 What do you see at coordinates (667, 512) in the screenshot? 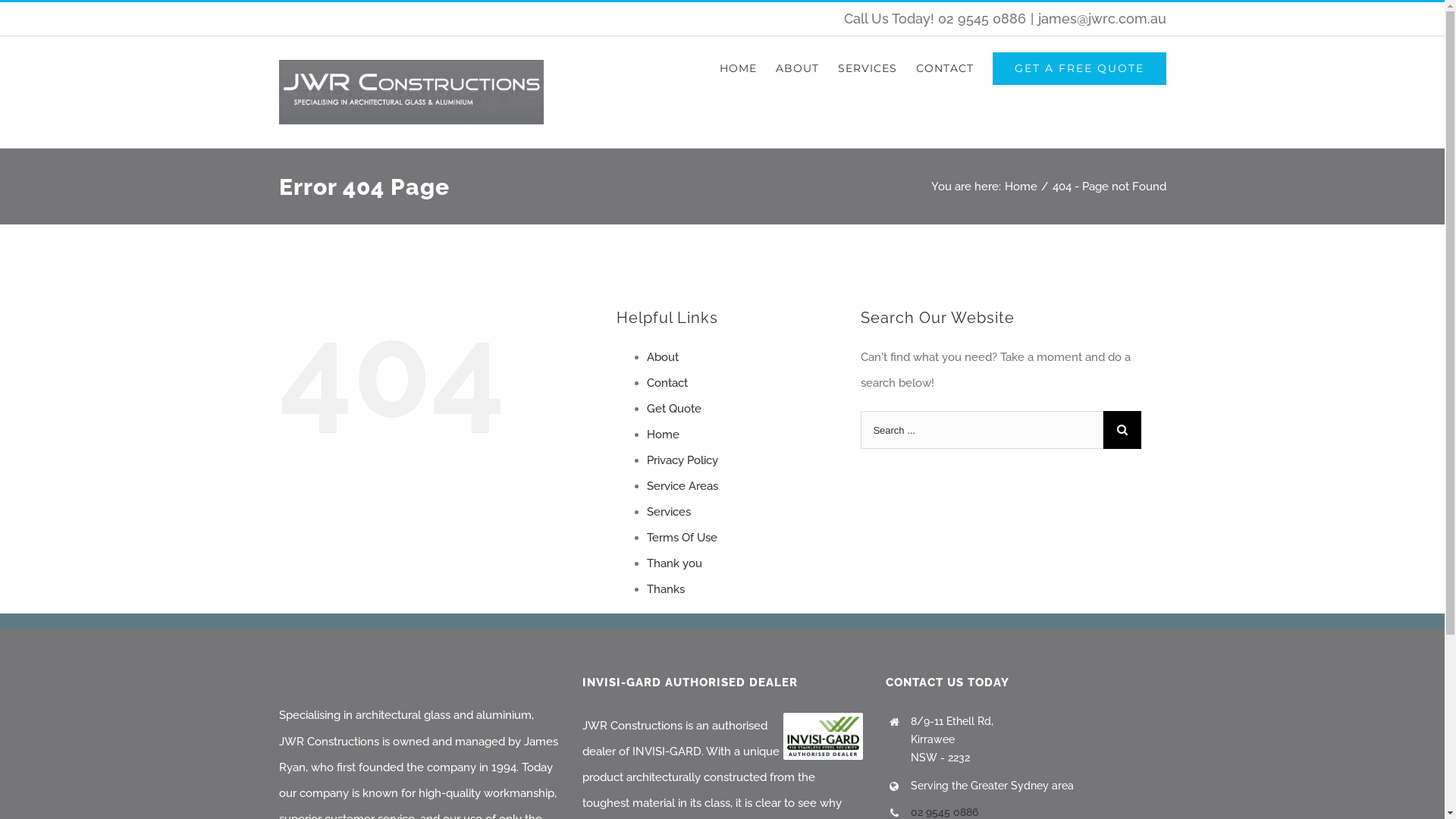
I see `'Services'` at bounding box center [667, 512].